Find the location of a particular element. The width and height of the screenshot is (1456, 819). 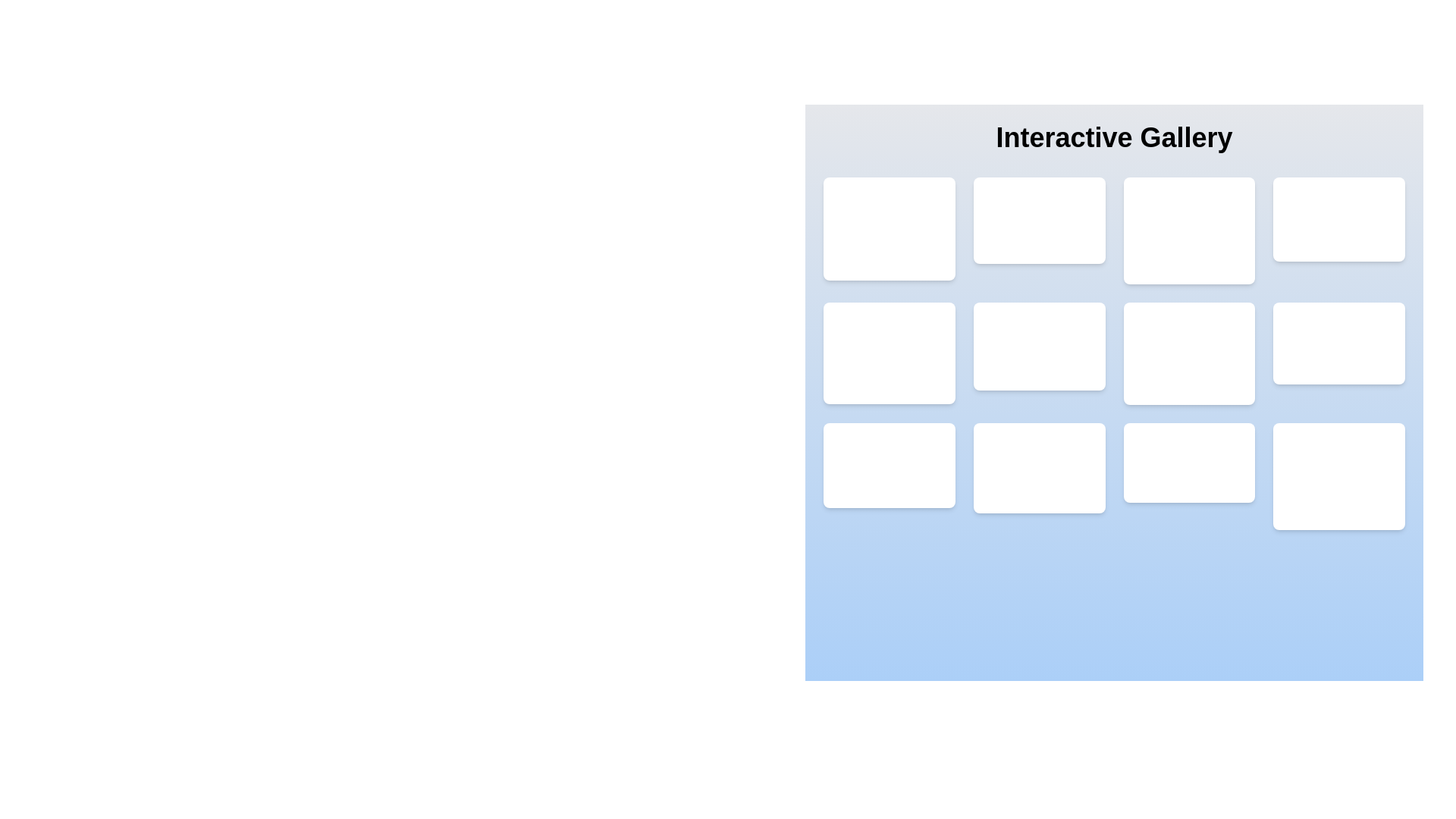

the Content card showcasing a specific artwork, which is the fourth item in the first row of the grid layout is located at coordinates (1339, 219).